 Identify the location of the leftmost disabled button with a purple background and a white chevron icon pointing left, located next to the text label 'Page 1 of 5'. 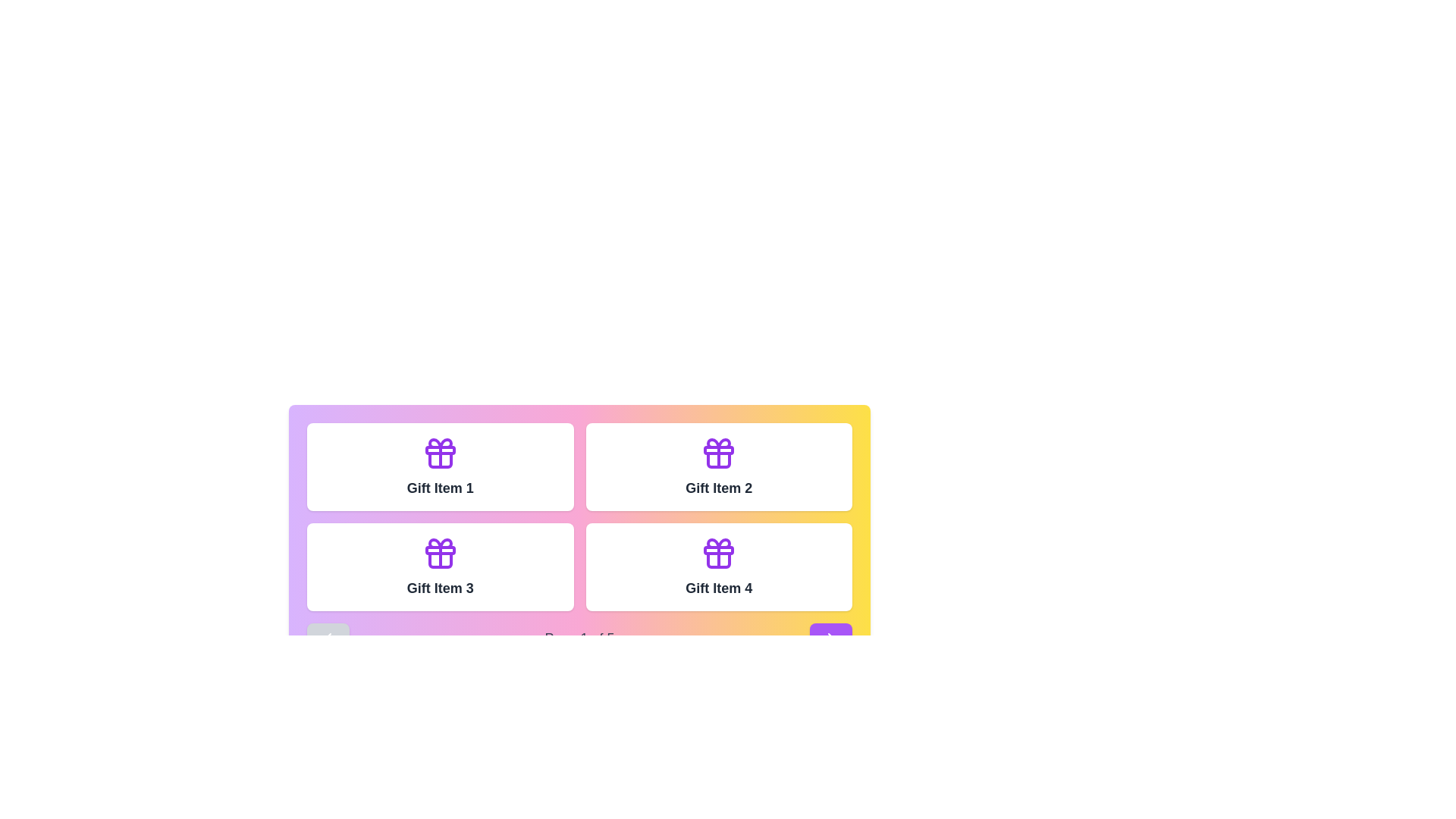
(327, 638).